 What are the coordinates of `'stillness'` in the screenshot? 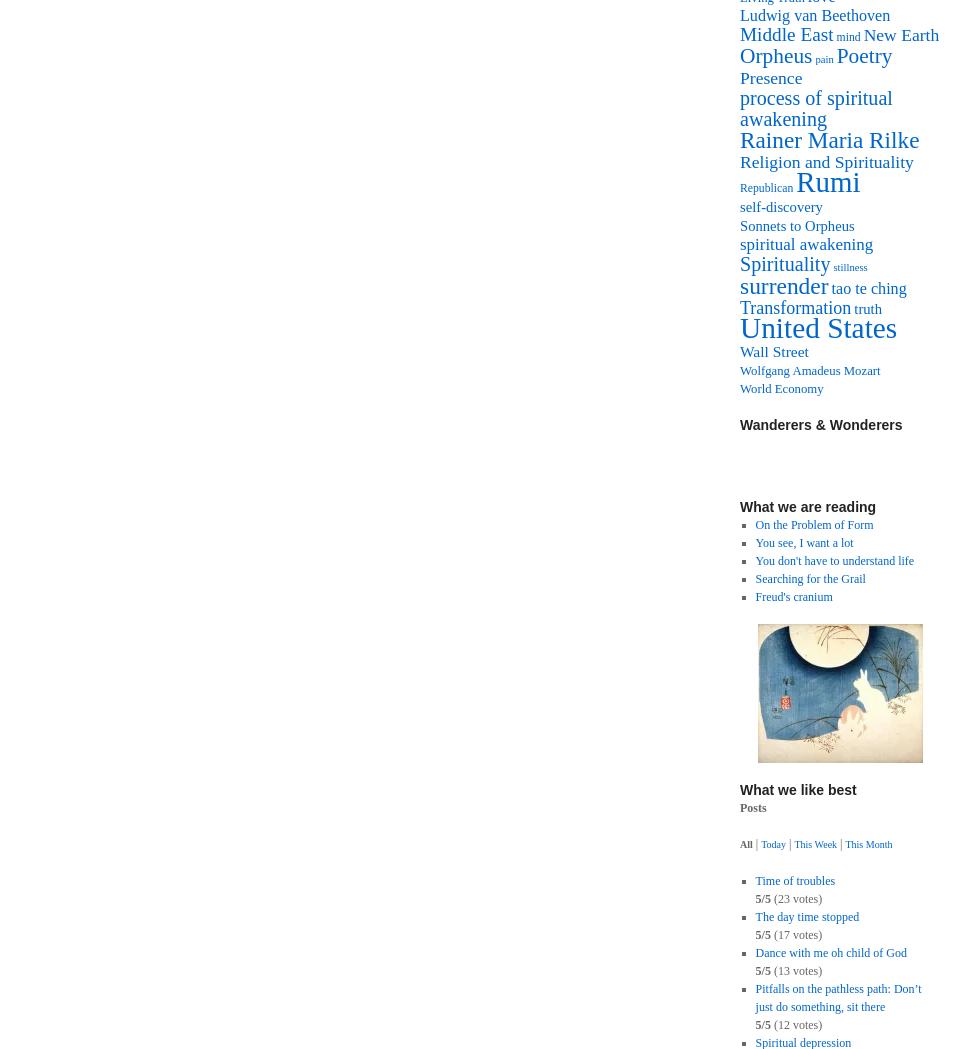 It's located at (849, 266).